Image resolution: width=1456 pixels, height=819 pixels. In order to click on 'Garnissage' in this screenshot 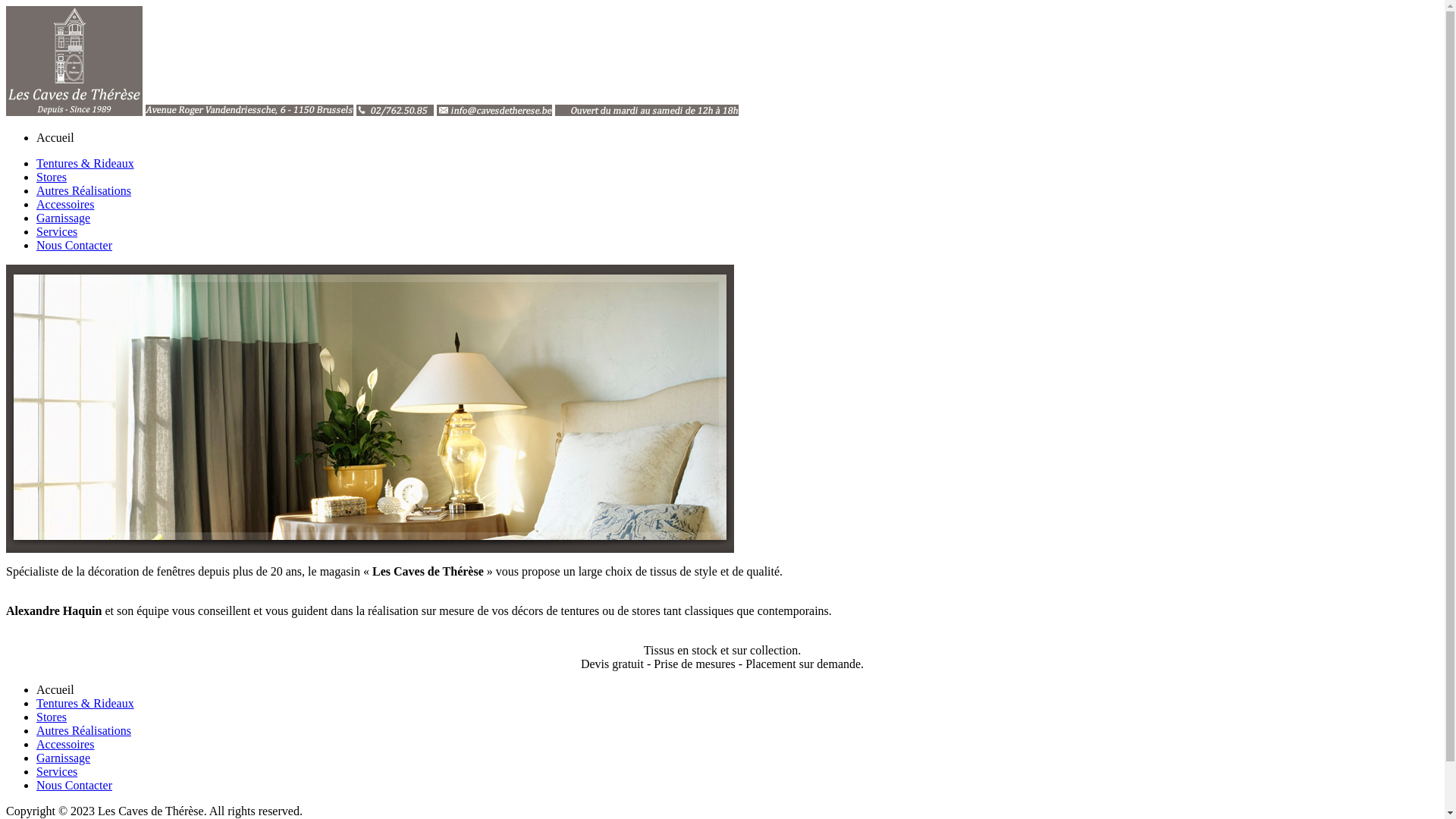, I will do `click(36, 758)`.